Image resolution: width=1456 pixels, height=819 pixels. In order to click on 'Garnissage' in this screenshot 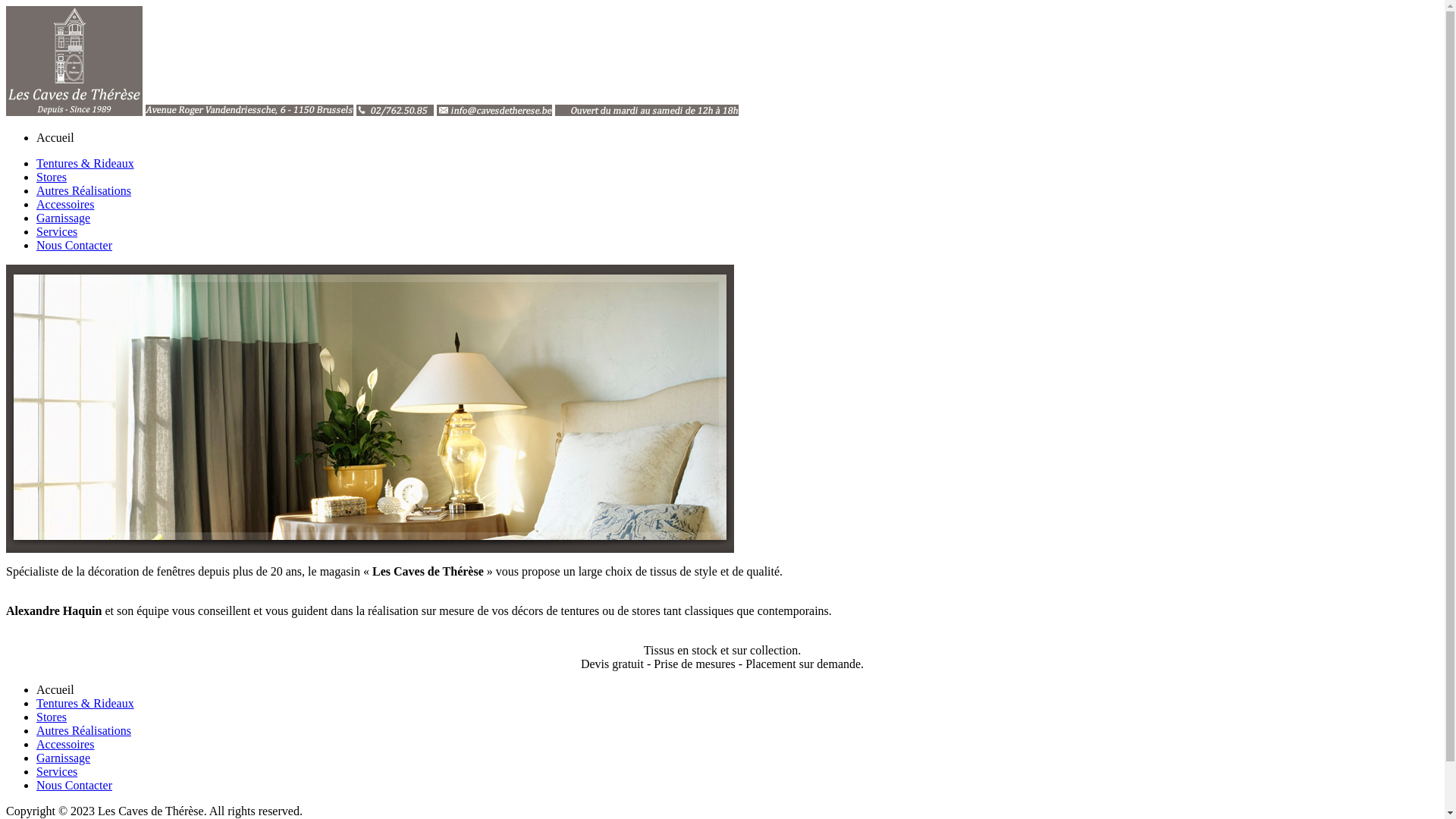, I will do `click(36, 758)`.